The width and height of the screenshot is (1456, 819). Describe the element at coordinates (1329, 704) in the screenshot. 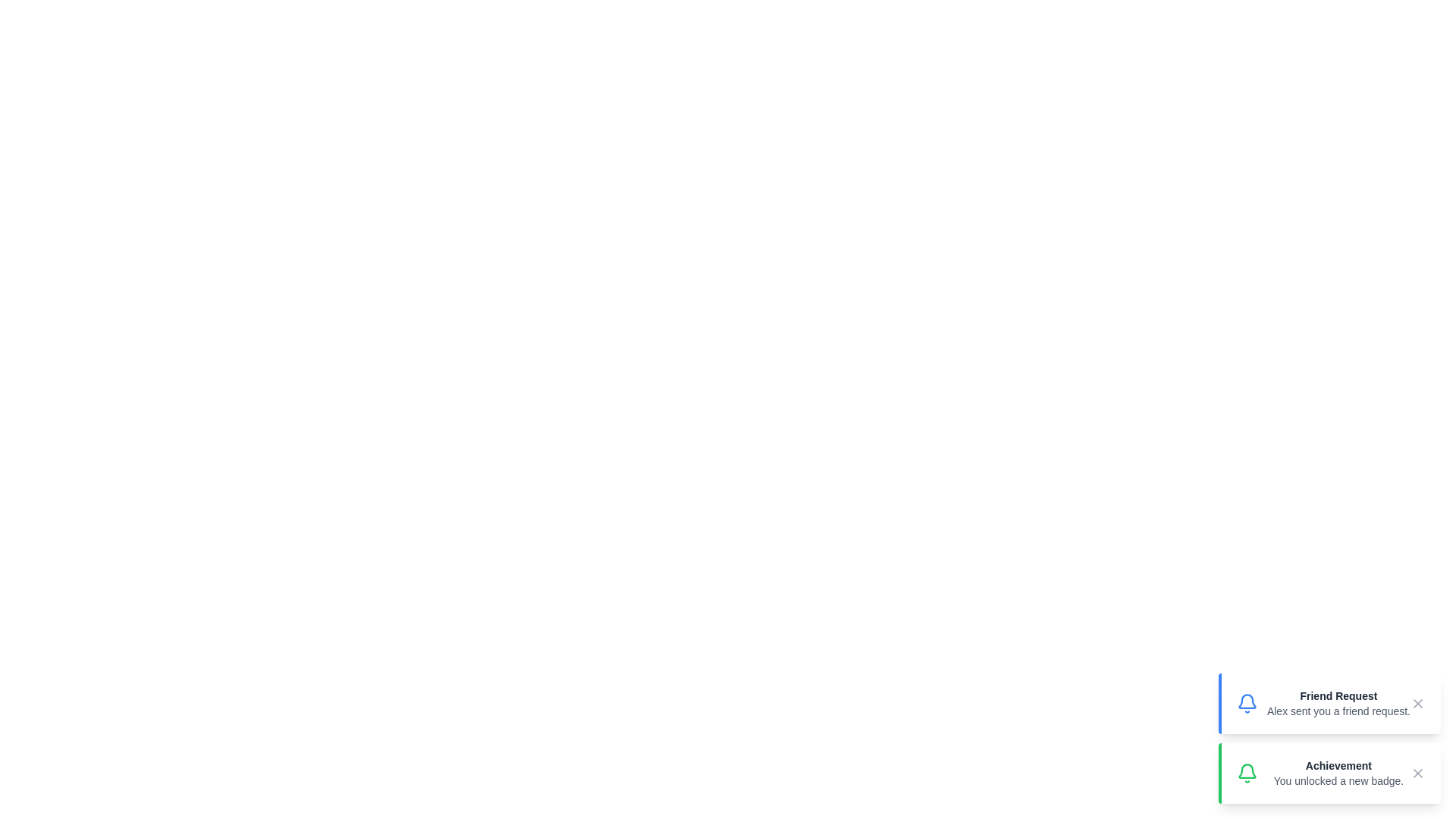

I see `the notification element to interact with it. Specify the notification to interact with using the parameter Friend Request` at that location.